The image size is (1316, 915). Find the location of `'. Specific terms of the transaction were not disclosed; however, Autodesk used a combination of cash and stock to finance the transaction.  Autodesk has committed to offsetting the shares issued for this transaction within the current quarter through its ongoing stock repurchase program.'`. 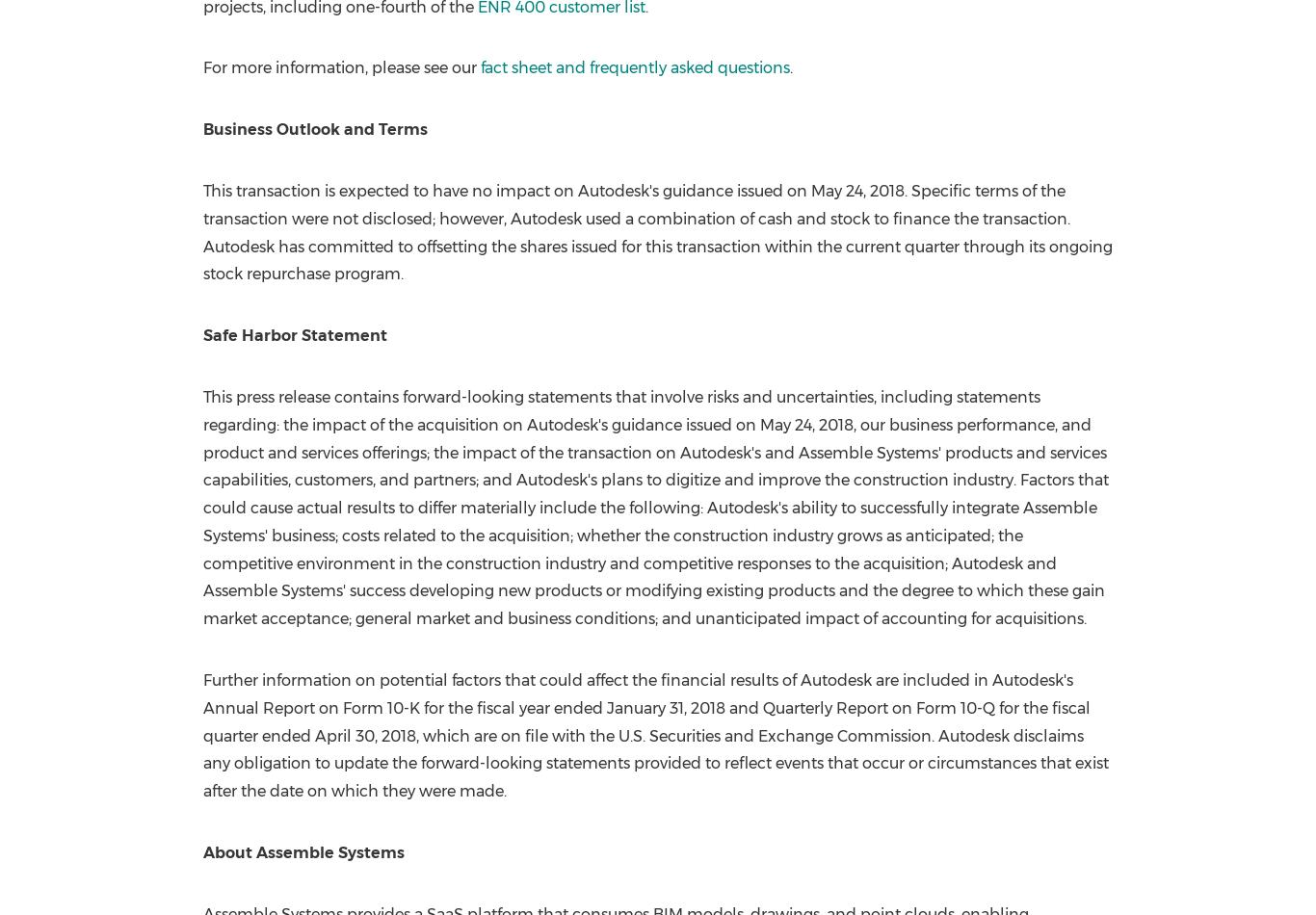

'. Specific terms of the transaction were not disclosed; however, Autodesk used a combination of cash and stock to finance the transaction.  Autodesk has committed to offsetting the shares issued for this transaction within the current quarter through its ongoing stock repurchase program.' is located at coordinates (656, 231).